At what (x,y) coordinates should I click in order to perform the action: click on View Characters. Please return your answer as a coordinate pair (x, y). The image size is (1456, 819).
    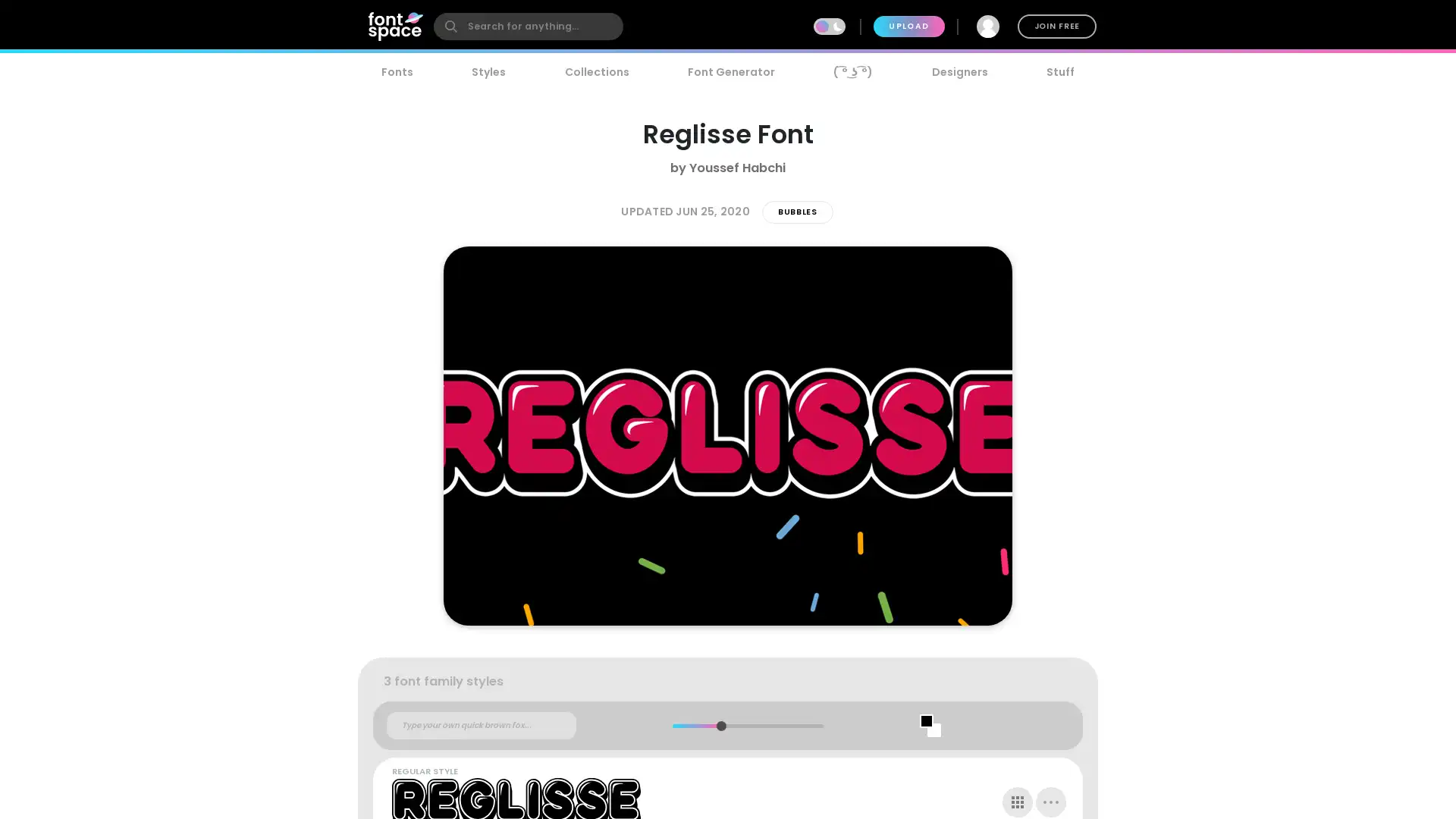
    Looking at the image, I should click on (1018, 801).